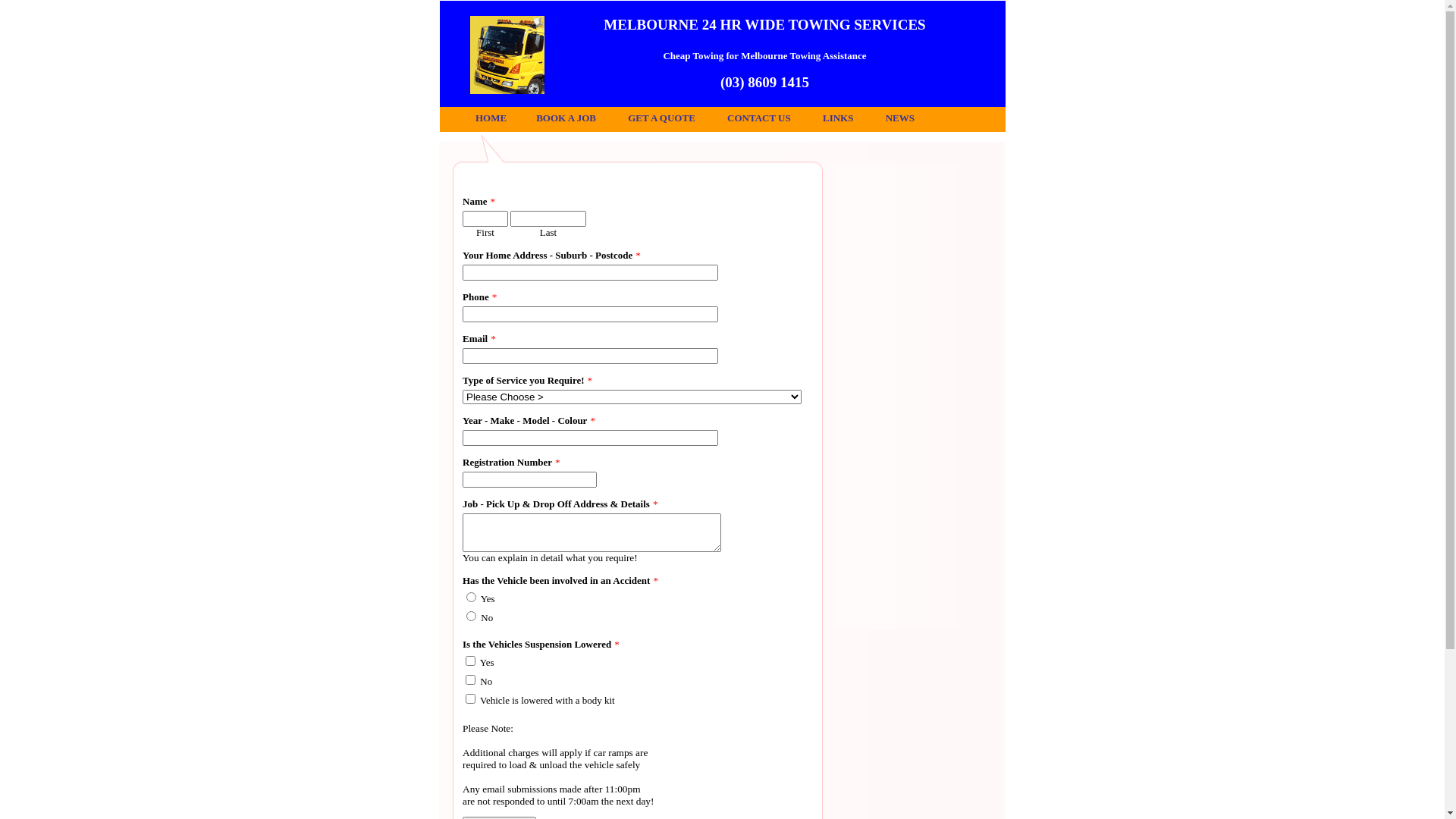 The width and height of the screenshot is (1456, 819). Describe the element at coordinates (628, 117) in the screenshot. I see `'GET A QUOTE'` at that location.